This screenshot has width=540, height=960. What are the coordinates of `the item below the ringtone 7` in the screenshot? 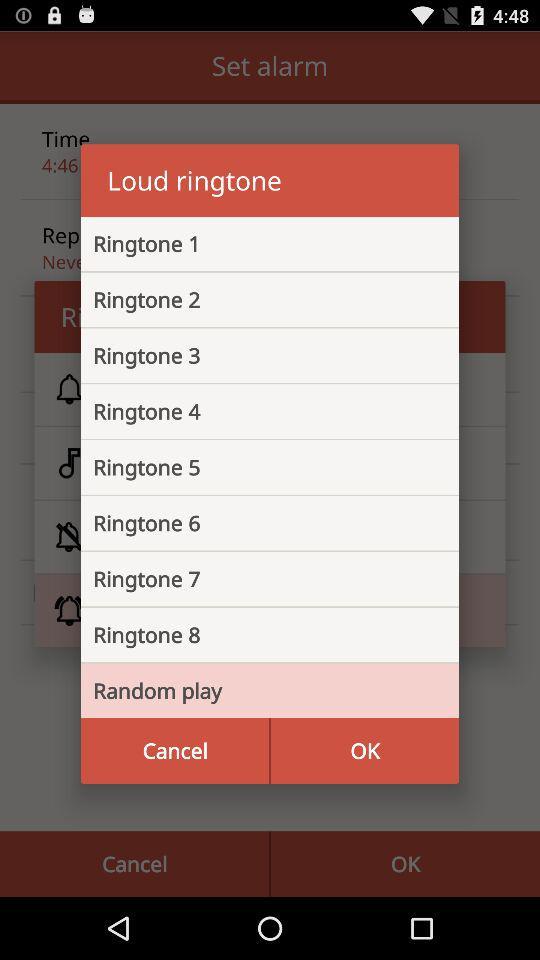 It's located at (254, 634).